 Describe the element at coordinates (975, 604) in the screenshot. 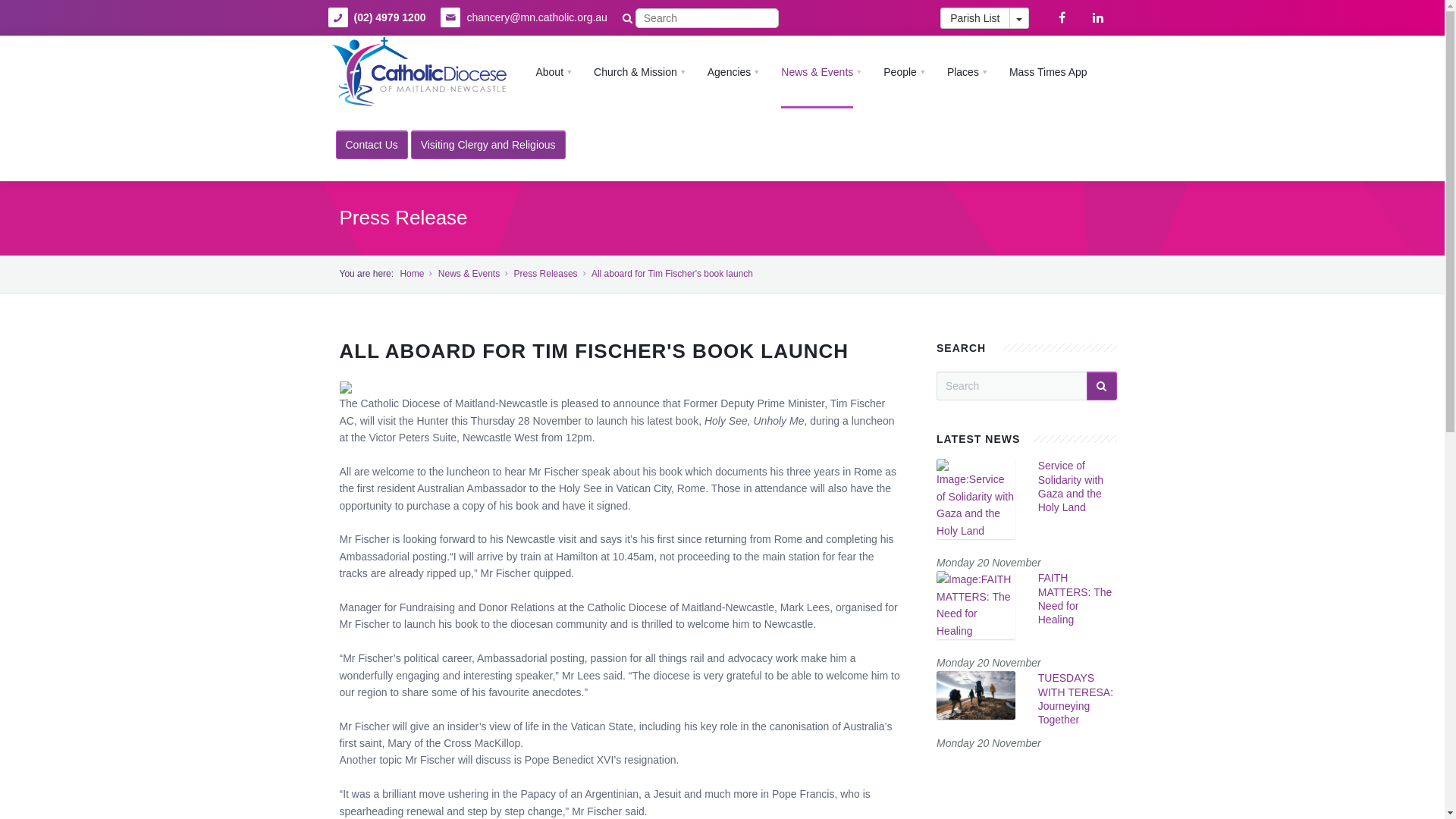

I see `'FAITH MATTERS: The Need for Healing'` at that location.